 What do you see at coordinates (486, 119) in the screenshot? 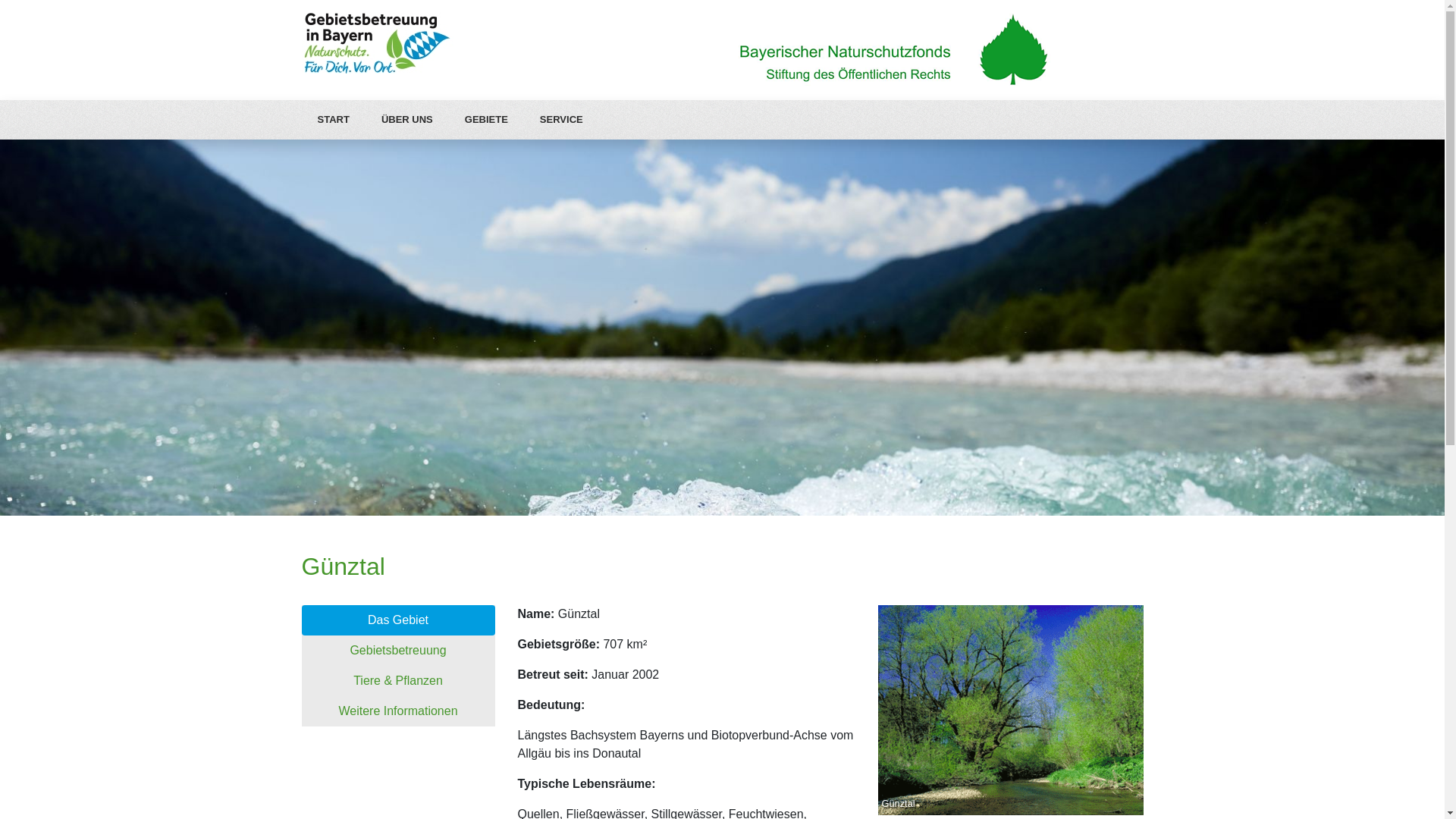
I see `'GEBIETE'` at bounding box center [486, 119].